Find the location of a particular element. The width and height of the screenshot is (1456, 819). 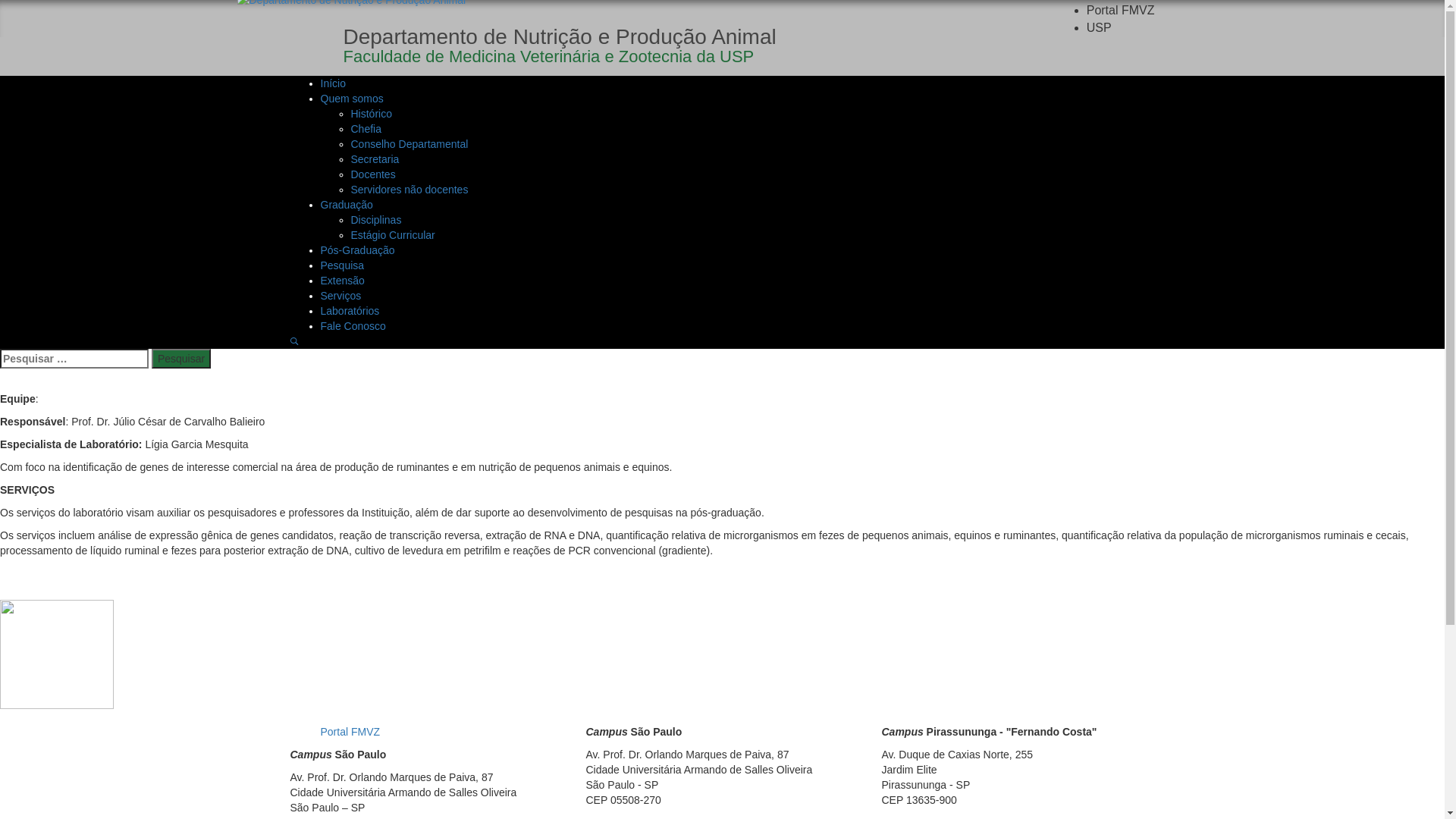

'Portal FMVZ' is located at coordinates (349, 730).